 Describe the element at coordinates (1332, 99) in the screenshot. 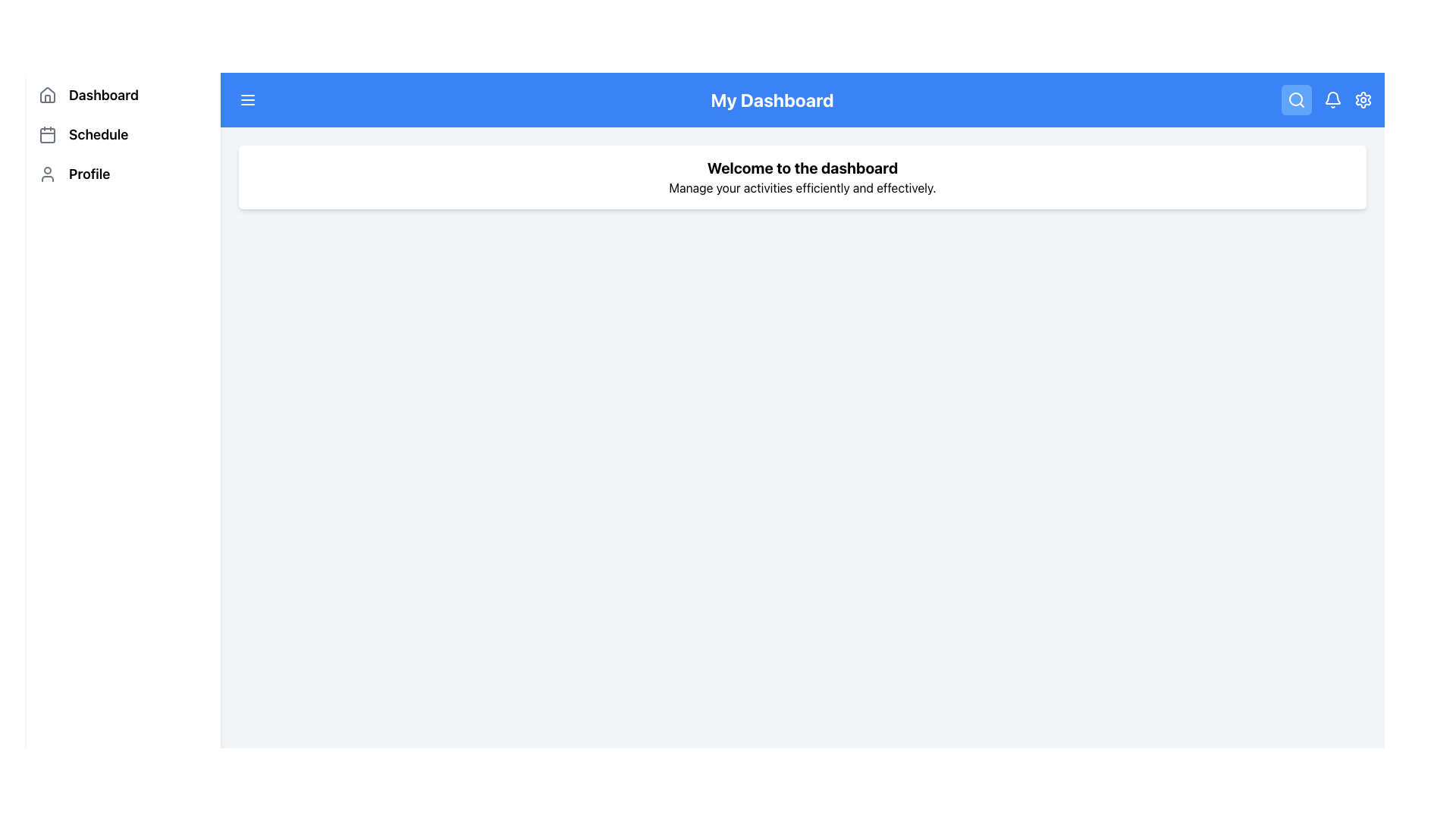

I see `the notification icon located on the top-right portion of the main app bar` at that location.